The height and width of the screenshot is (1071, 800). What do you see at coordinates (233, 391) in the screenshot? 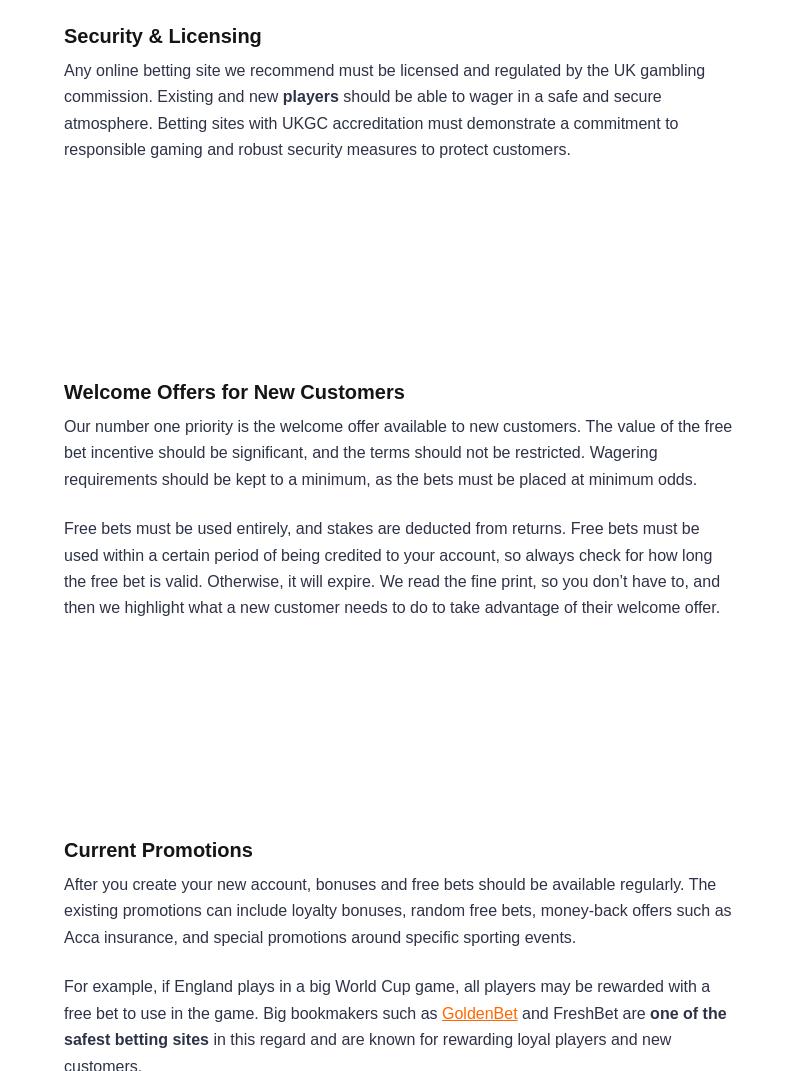
I see `'Welcome Offers for New Customers'` at bounding box center [233, 391].